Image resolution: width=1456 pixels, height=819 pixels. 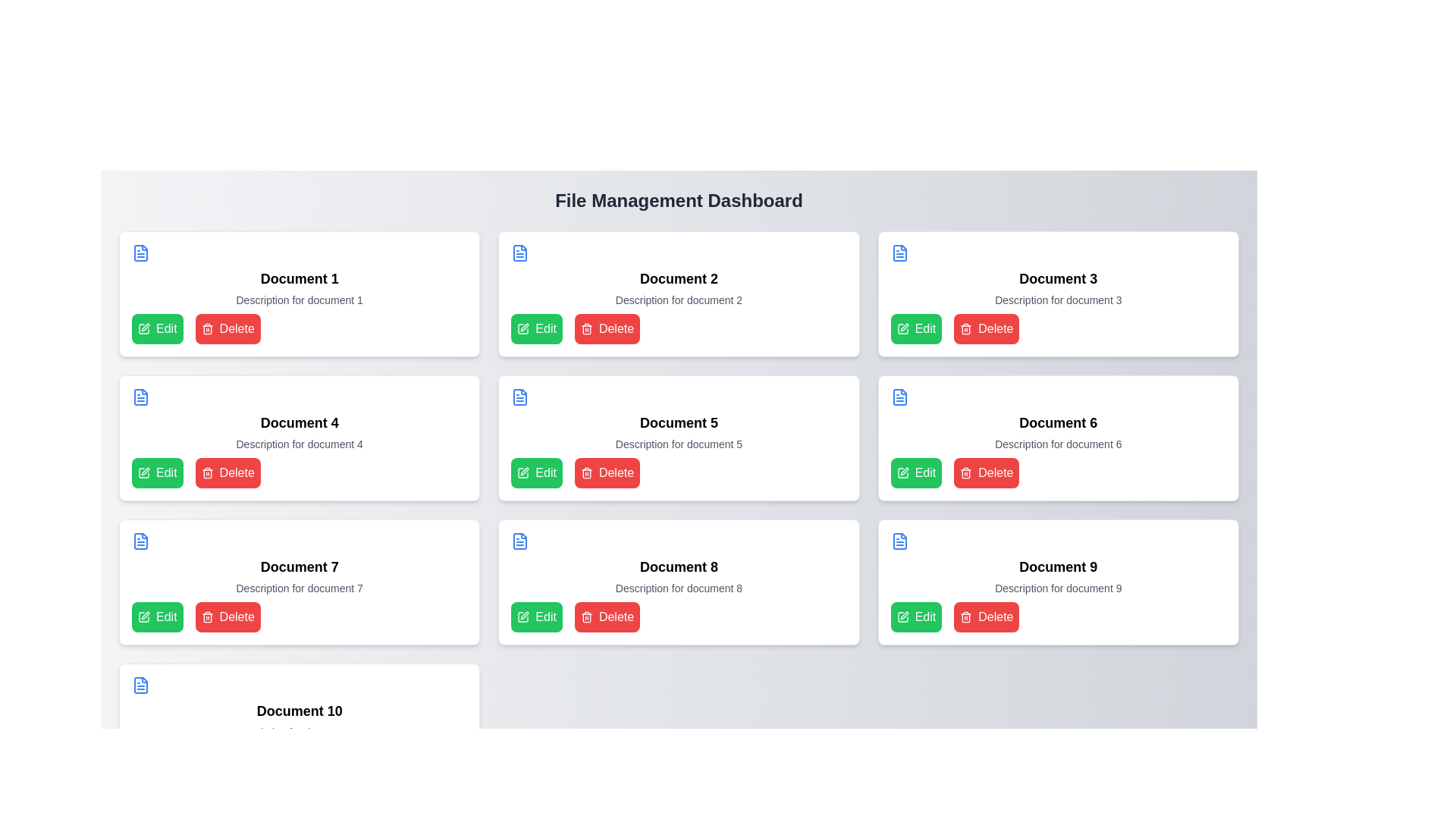 What do you see at coordinates (537, 617) in the screenshot?
I see `the green 'Edit' button with rounded edges and a pen icon, located in the lower-right card under 'Document 8'` at bounding box center [537, 617].